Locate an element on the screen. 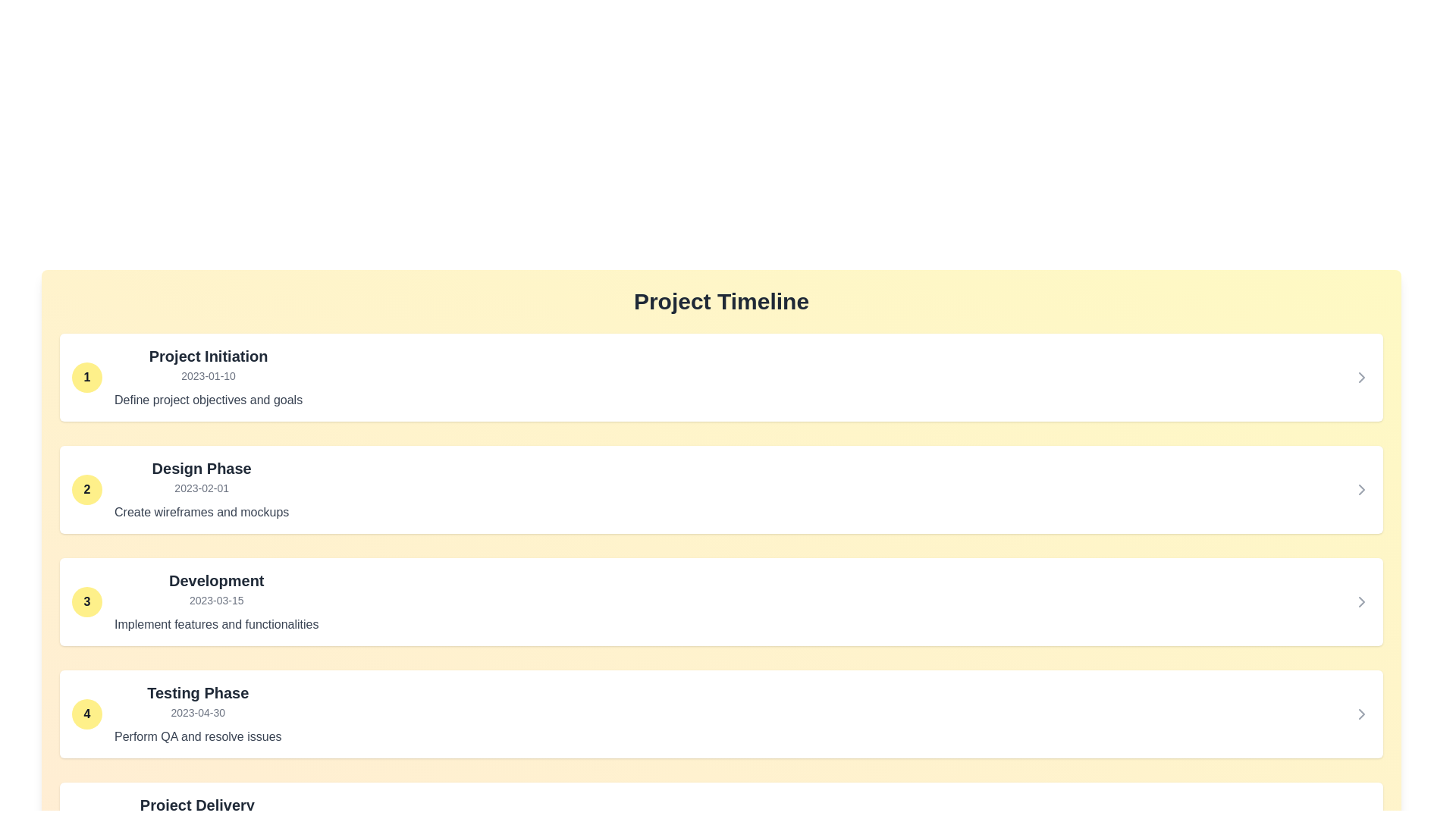 This screenshot has height=819, width=1456. the prominent textual label containing the text 'Testing Phase', styled in bold and dark gray, which serves as a section heading in the Testing Phase section is located at coordinates (197, 693).